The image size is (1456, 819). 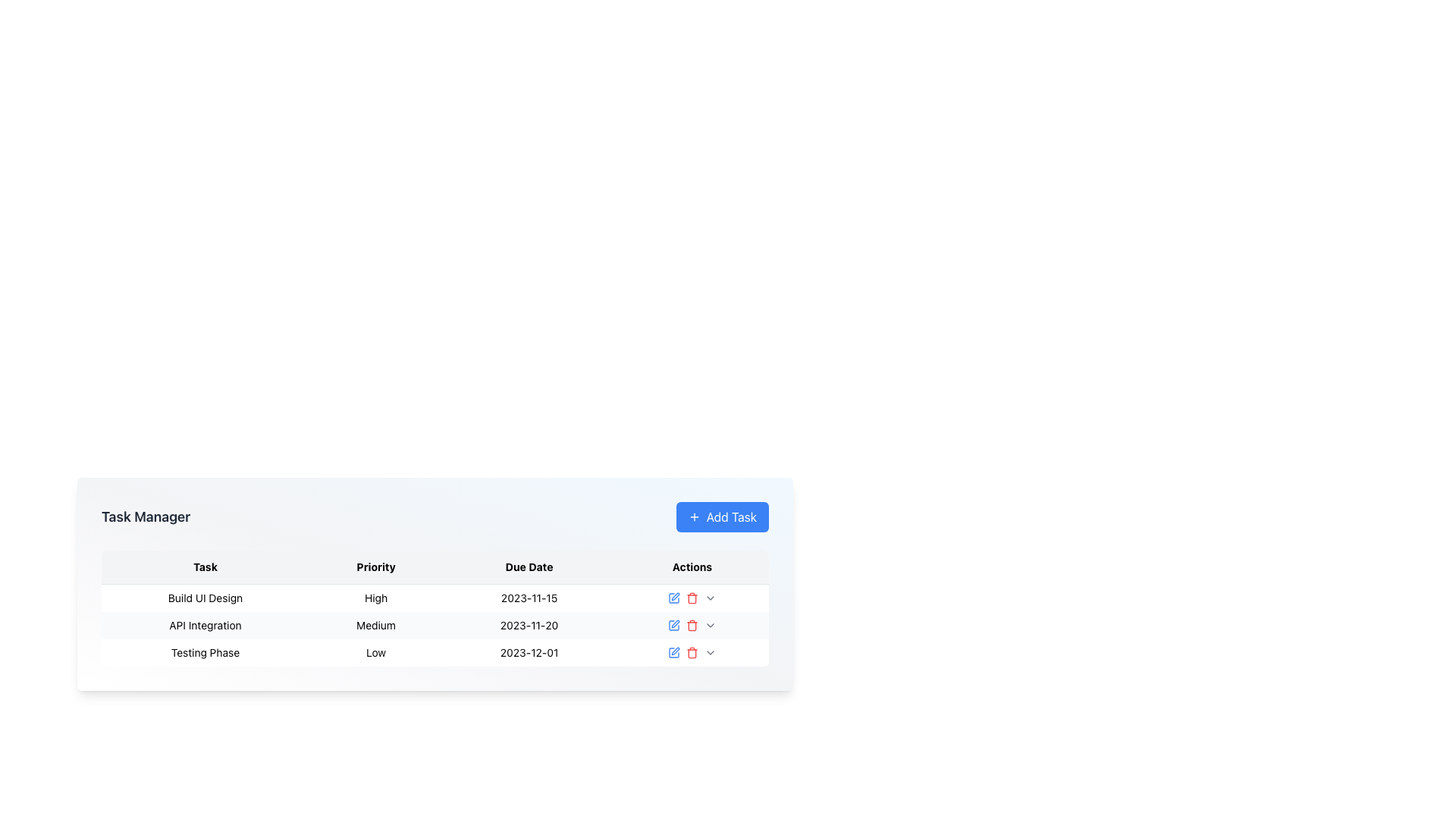 I want to click on the Text label indicating the priority level of the 'Testing Phase' task, located in the second cell of the 'Priority' column in the bottom row of a three-row table, so click(x=376, y=651).